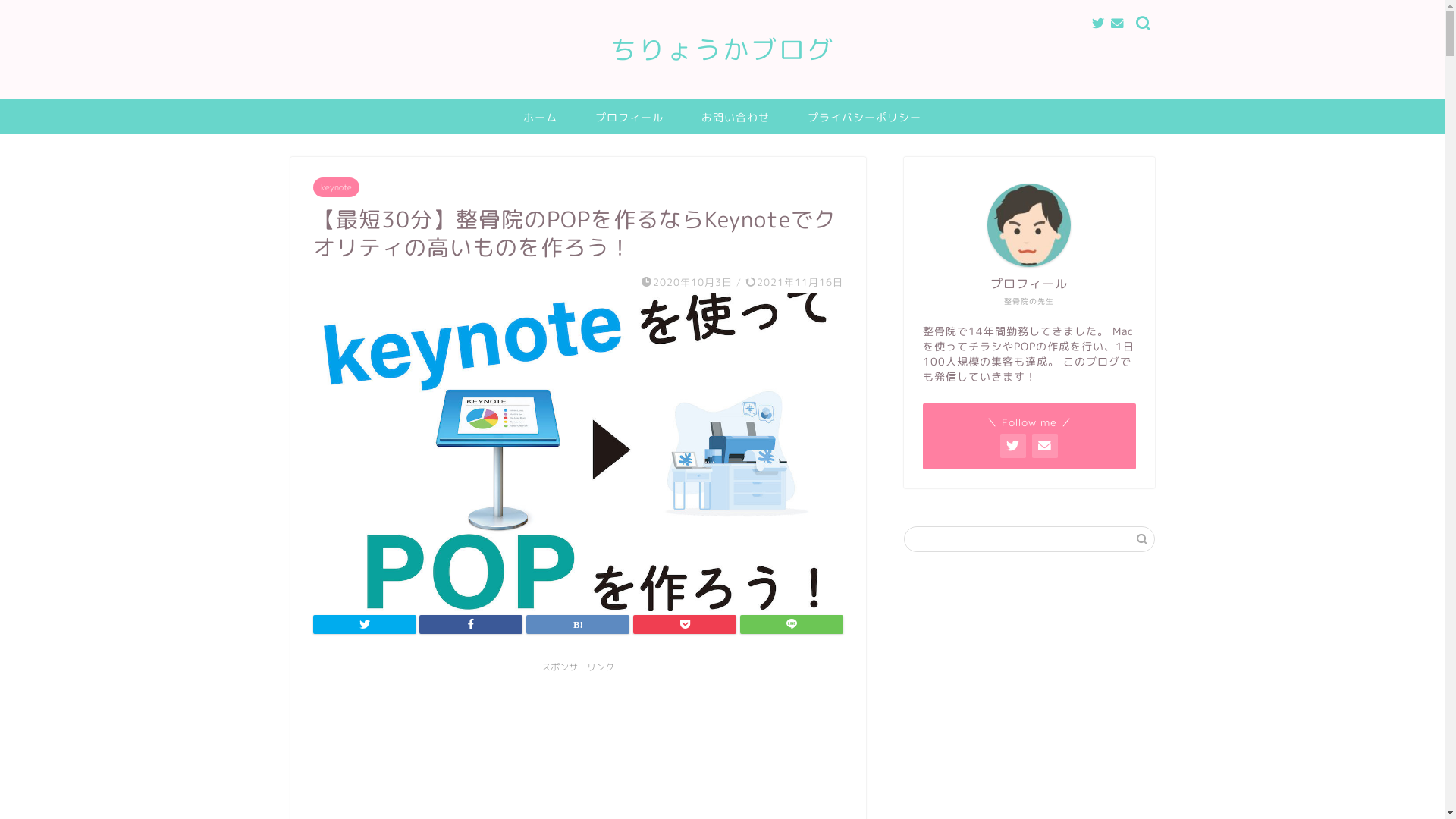  I want to click on 'keynote', so click(334, 186).